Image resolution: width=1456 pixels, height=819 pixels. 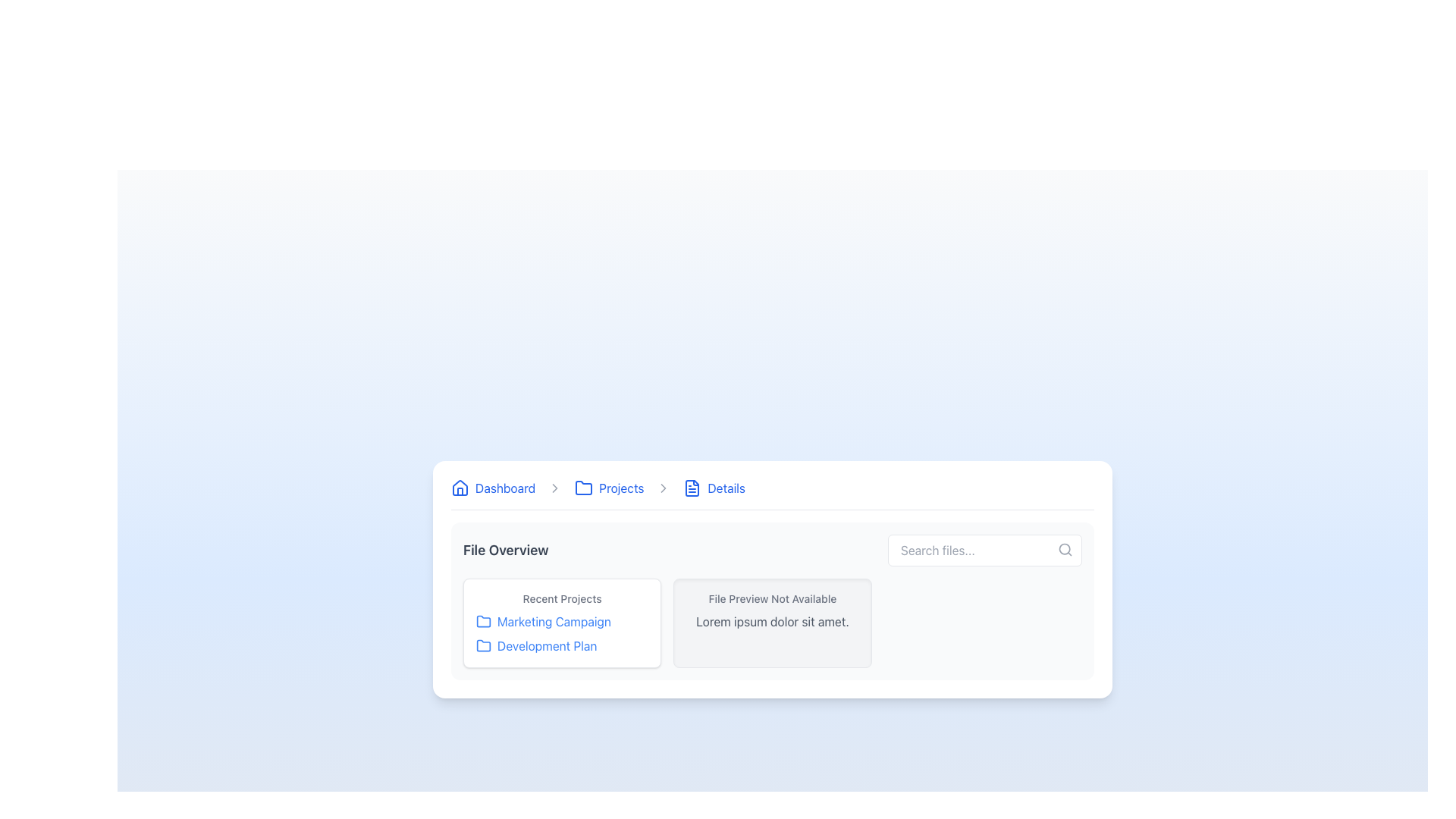 I want to click on the Informational Card displaying 'File Preview Not Available' with a white card-like design, located in the 'File Overview' section, so click(x=772, y=623).